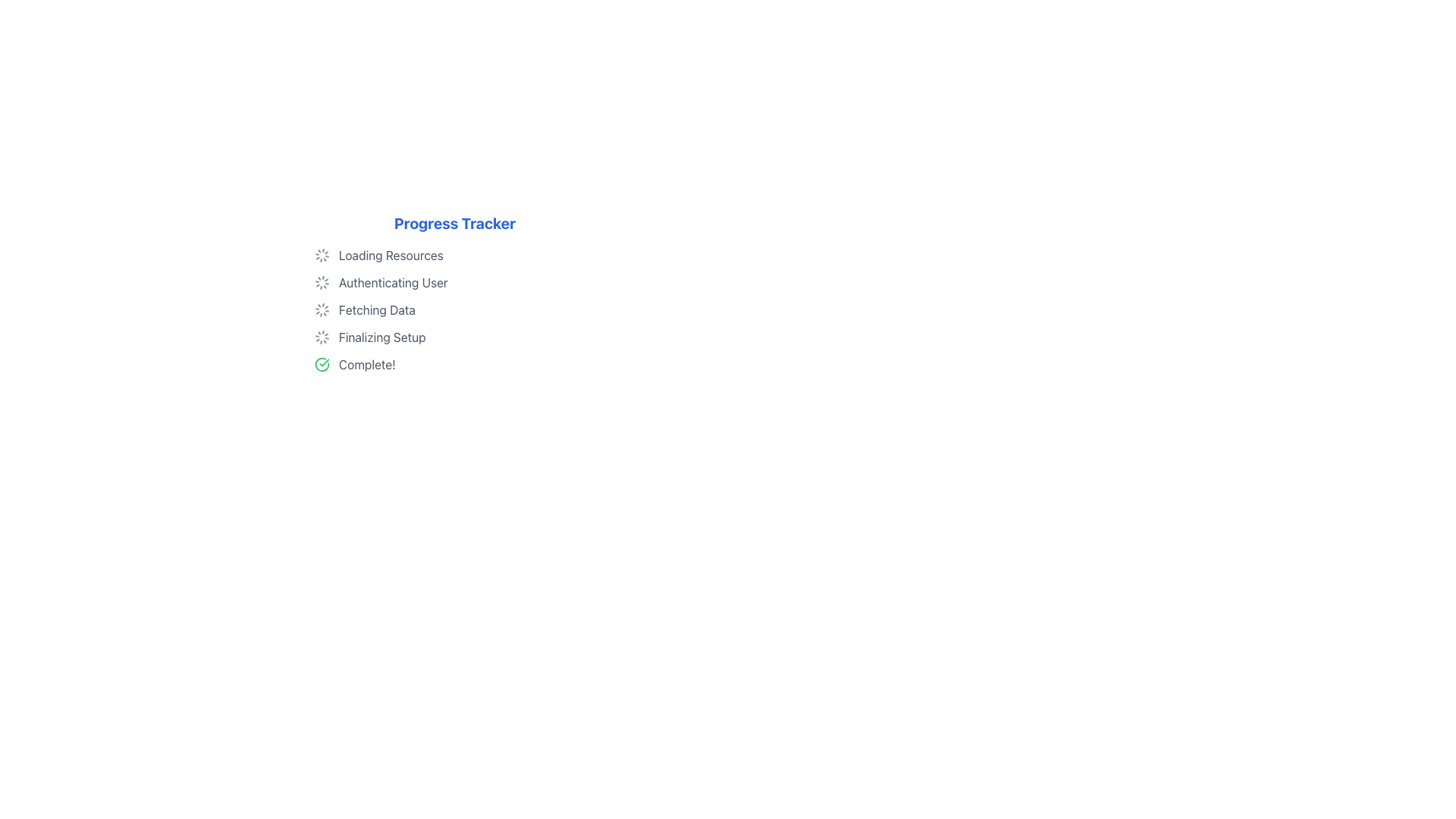  Describe the element at coordinates (322, 365) in the screenshot. I see `the circular green-bordered icon with a checkmark, which indicates a 'success' status and is located next to the 'Complete!' label in the progress tracker` at that location.